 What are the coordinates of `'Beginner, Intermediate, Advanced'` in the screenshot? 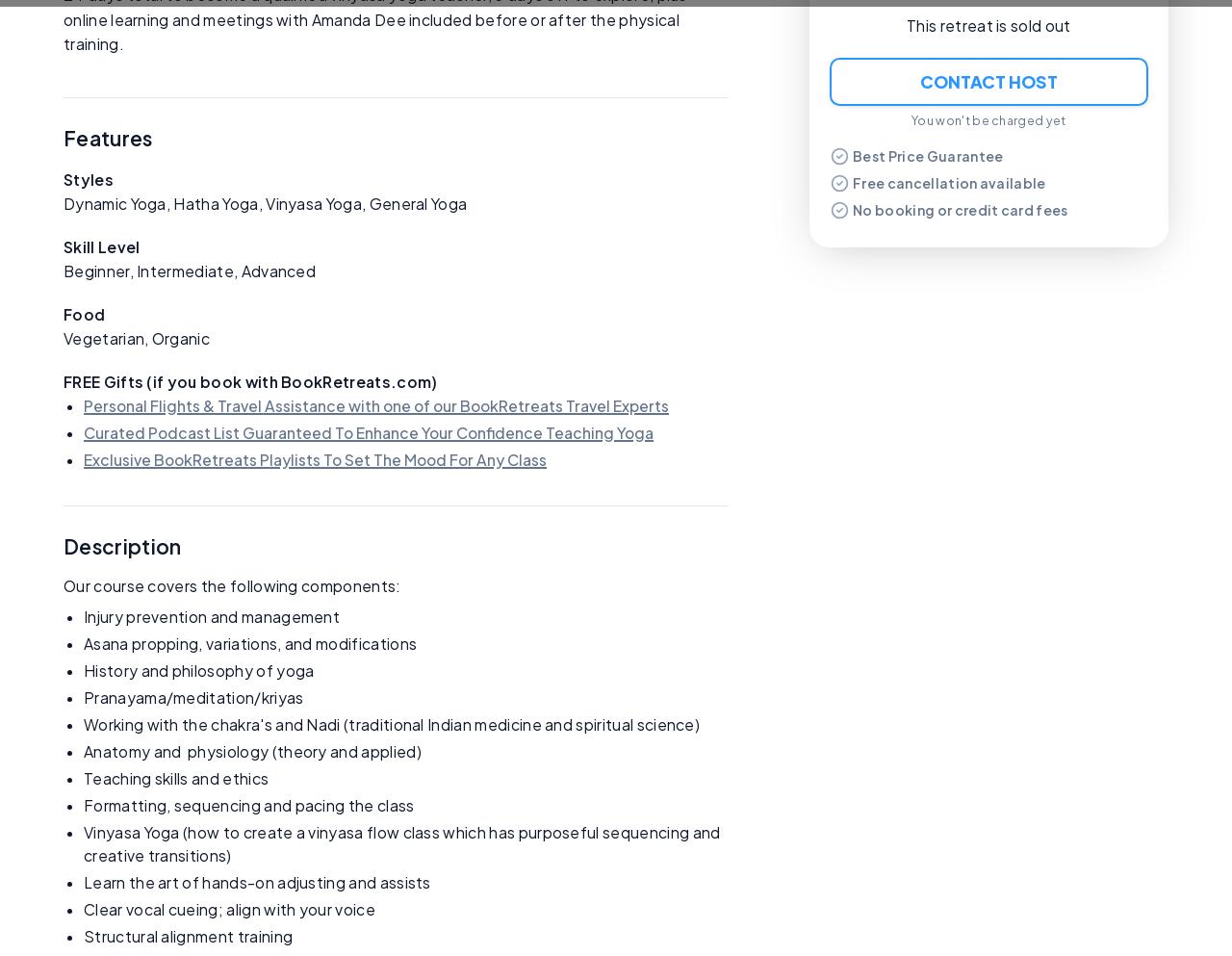 It's located at (64, 270).